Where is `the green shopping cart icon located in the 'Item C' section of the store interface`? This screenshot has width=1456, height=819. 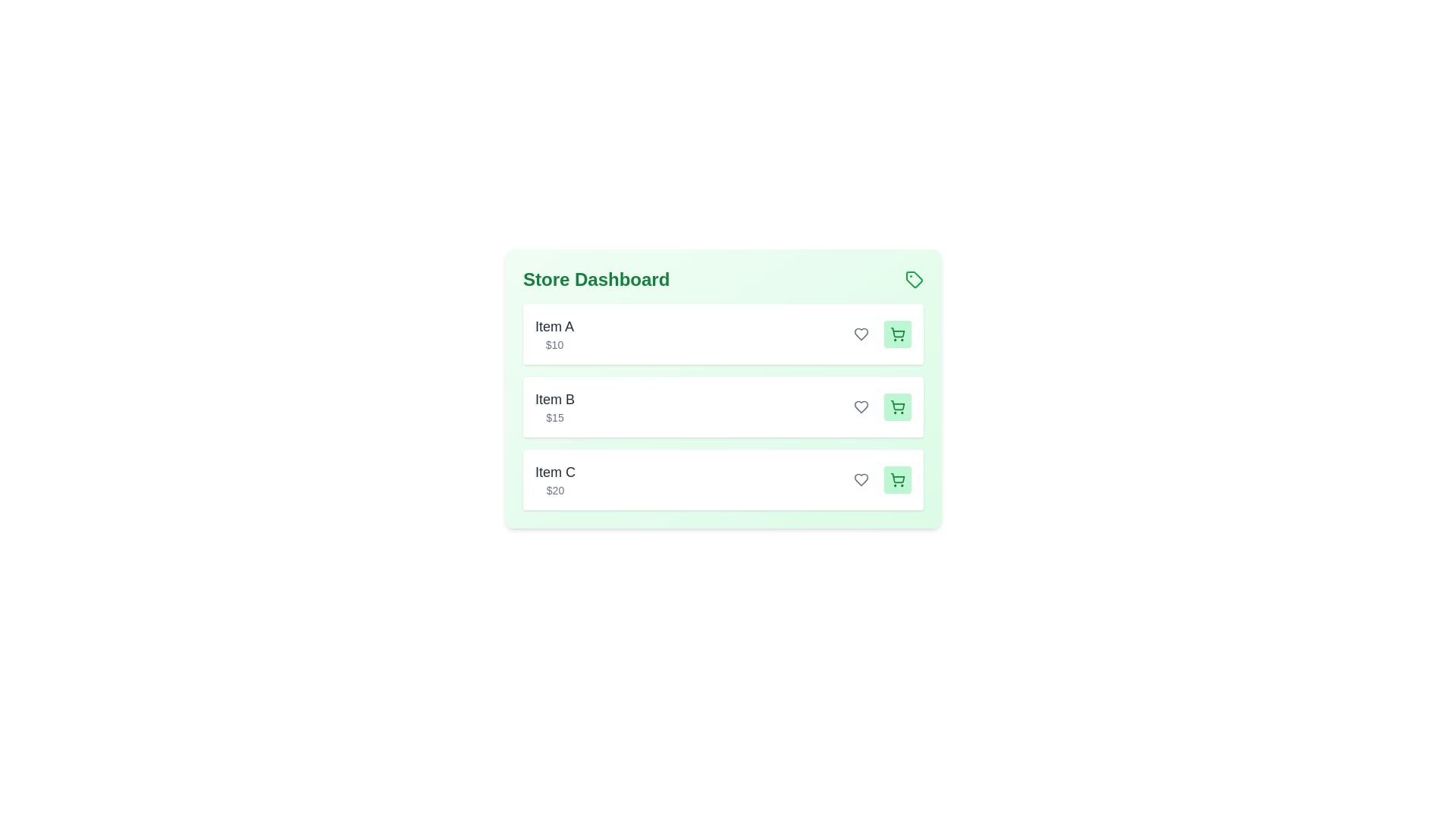 the green shopping cart icon located in the 'Item C' section of the store interface is located at coordinates (898, 479).